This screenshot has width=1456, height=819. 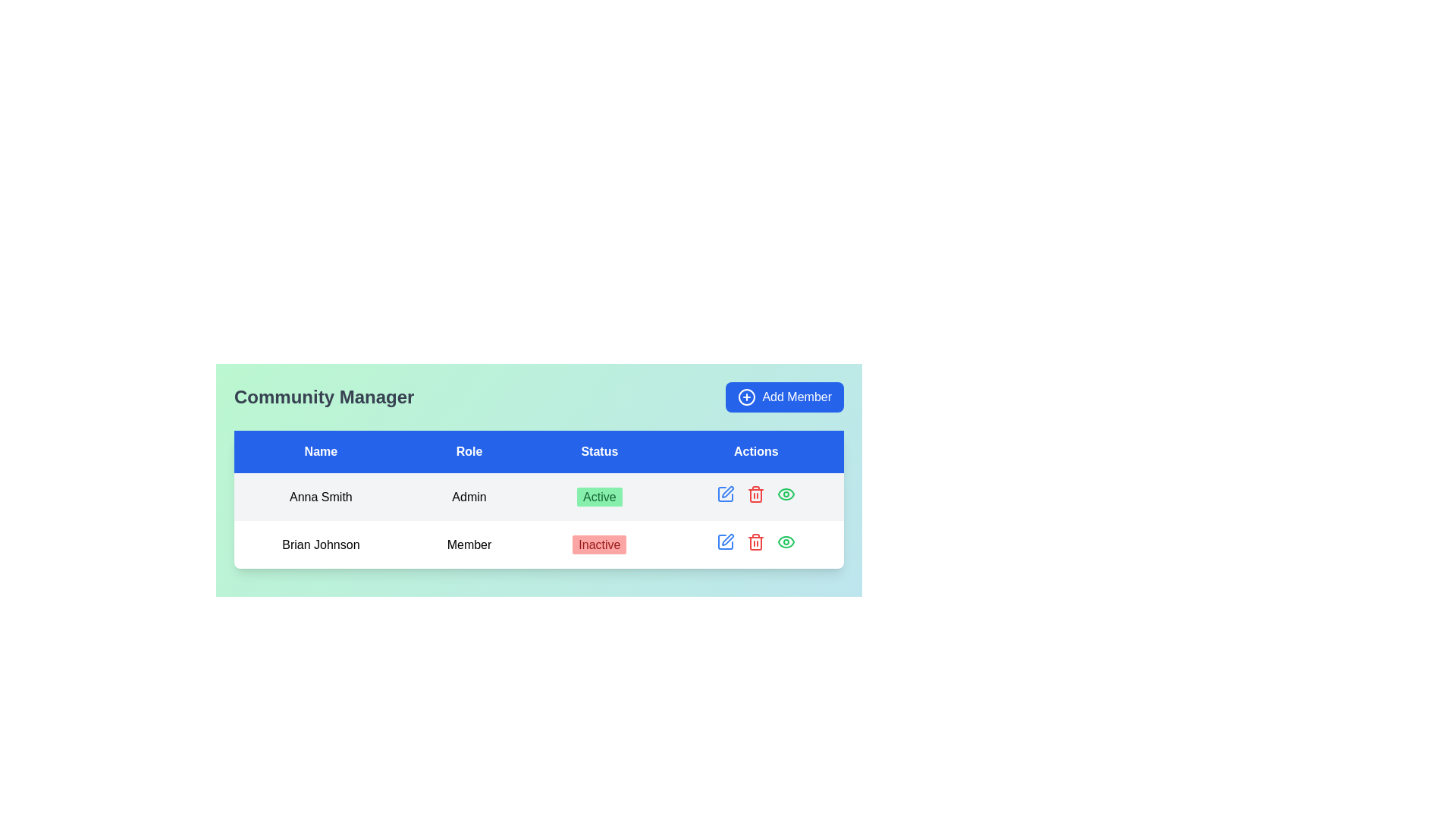 I want to click on the edit icon represented as a square with a pen symbol in the Actions column of the second row in the members table, so click(x=725, y=541).